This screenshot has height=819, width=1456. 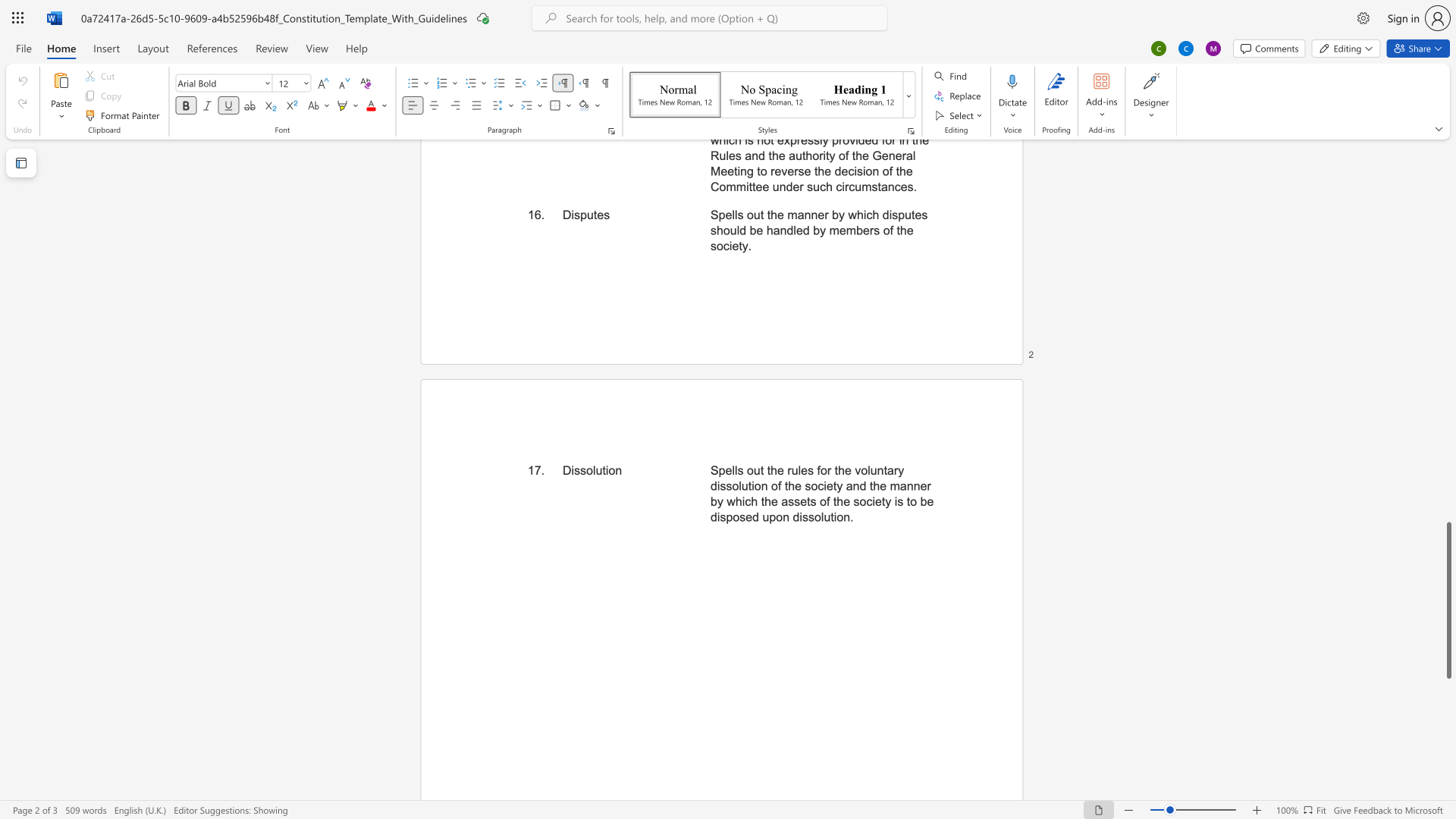 What do you see at coordinates (1448, 500) in the screenshot?
I see `the side scrollbar to bring the page up` at bounding box center [1448, 500].